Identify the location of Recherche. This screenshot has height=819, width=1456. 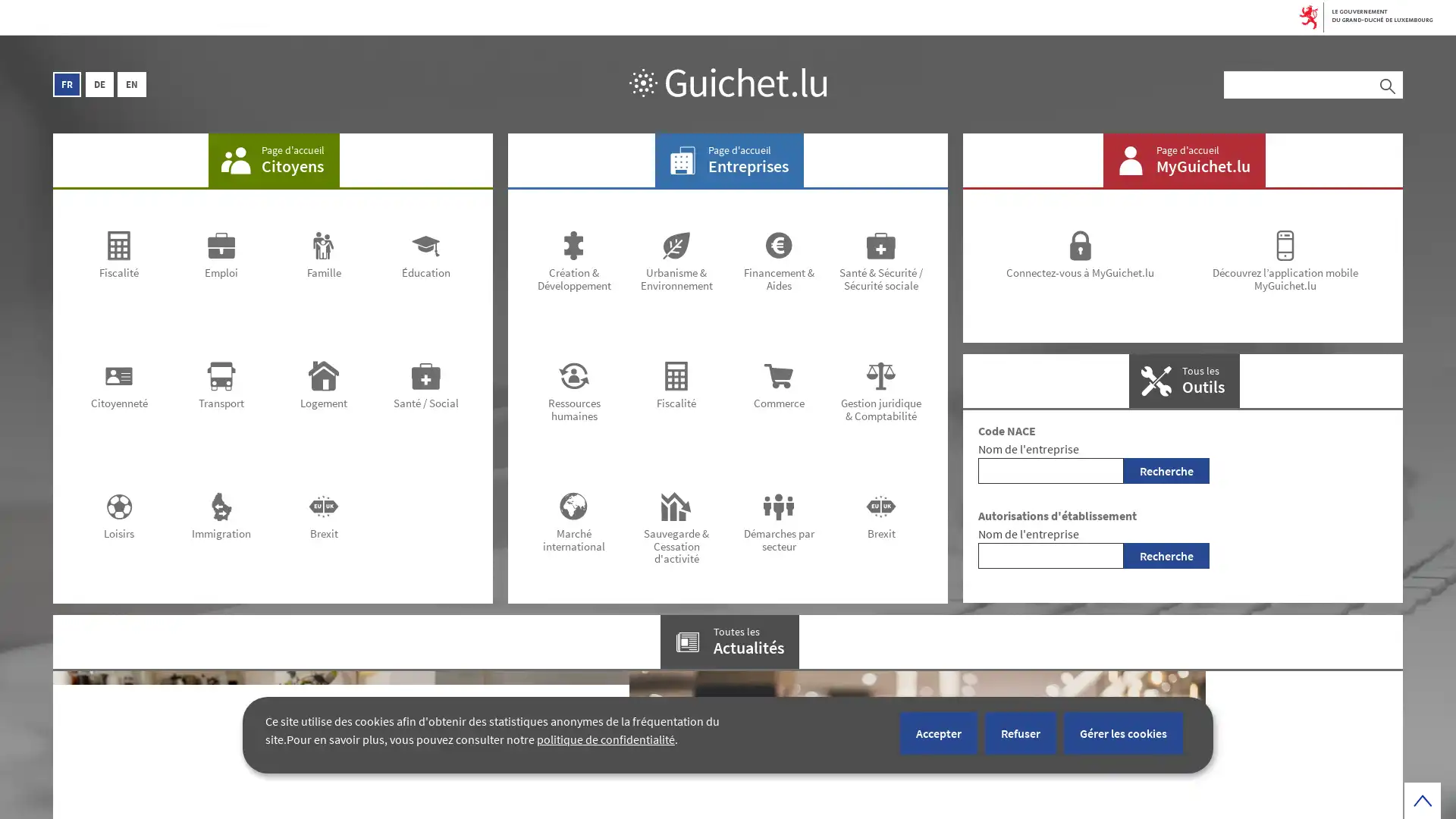
(1165, 555).